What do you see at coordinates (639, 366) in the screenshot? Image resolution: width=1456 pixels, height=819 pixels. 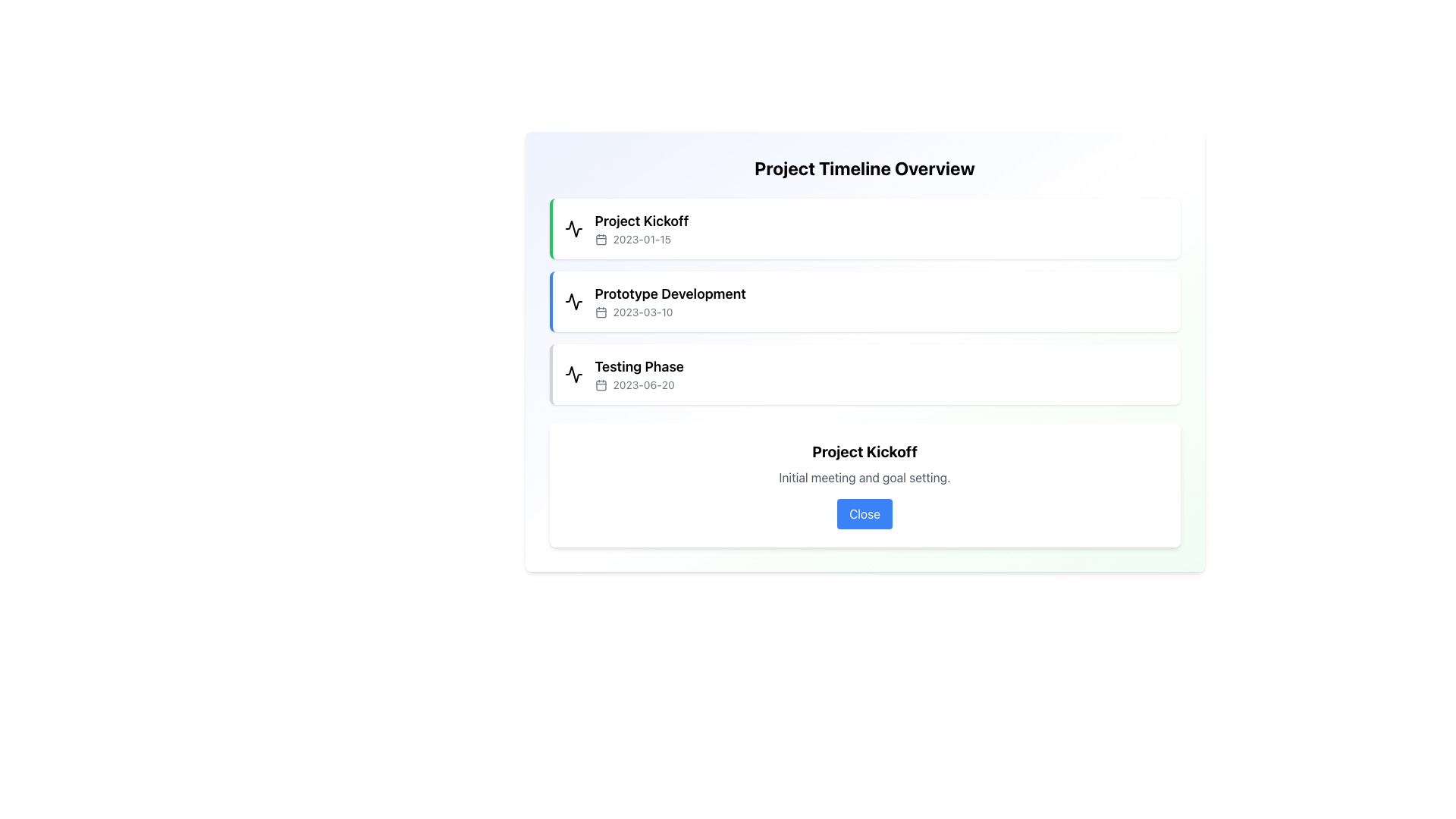 I see `the Text Label for the timeline entry labeled 'Testing Phase', which serves as the primary title for this phase in the timeline` at bounding box center [639, 366].